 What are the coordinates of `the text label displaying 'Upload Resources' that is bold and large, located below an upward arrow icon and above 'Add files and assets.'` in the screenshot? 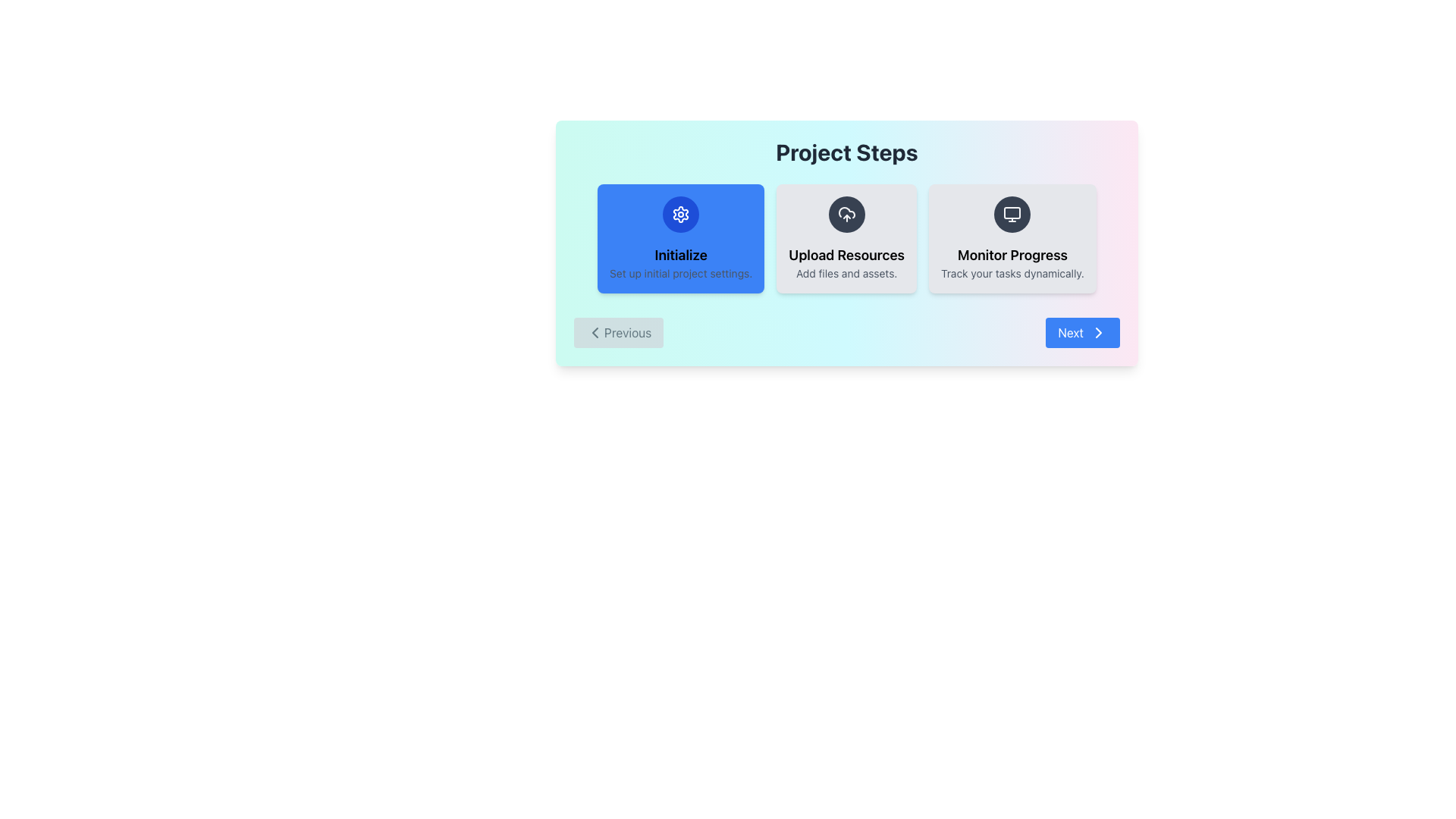 It's located at (846, 254).